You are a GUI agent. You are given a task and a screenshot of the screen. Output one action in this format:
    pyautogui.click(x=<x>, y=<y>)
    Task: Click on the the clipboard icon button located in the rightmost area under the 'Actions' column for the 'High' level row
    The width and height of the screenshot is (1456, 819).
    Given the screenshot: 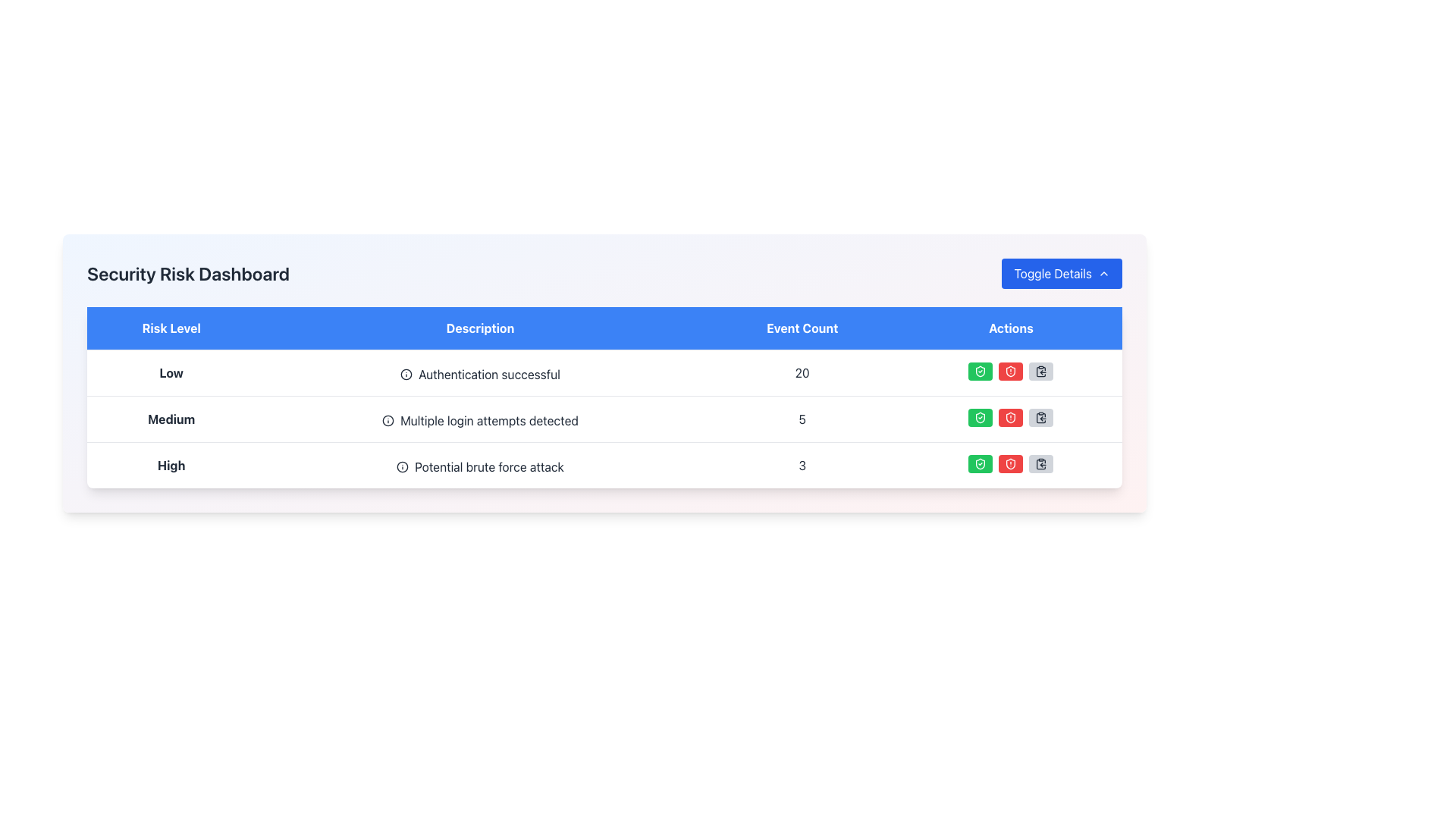 What is the action you would take?
    pyautogui.click(x=1040, y=418)
    